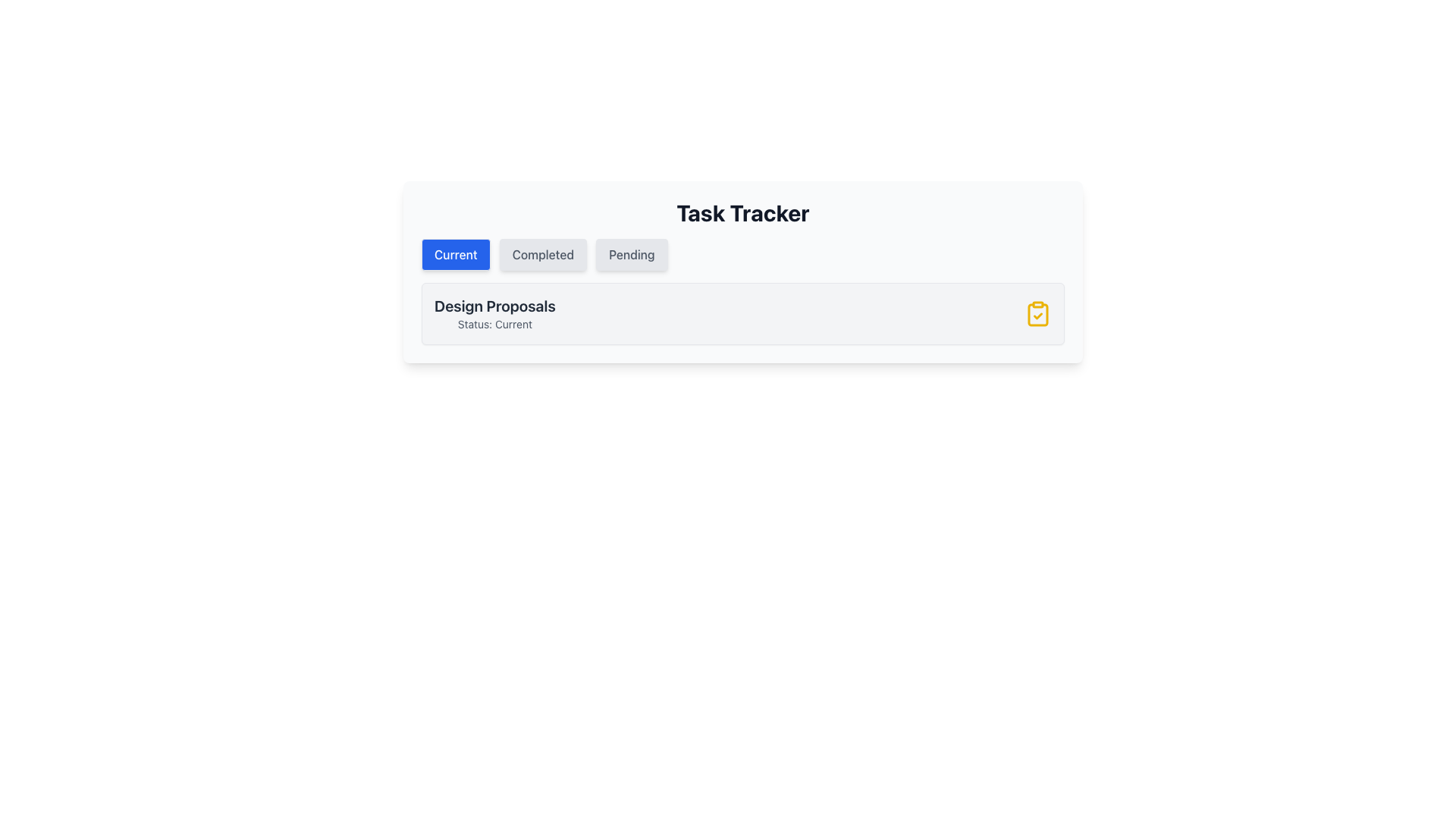 This screenshot has height=819, width=1456. I want to click on the text element reading 'Design Proposals', which is styled with a large bold font in dark gray and positioned above 'Status: Current', so click(494, 306).